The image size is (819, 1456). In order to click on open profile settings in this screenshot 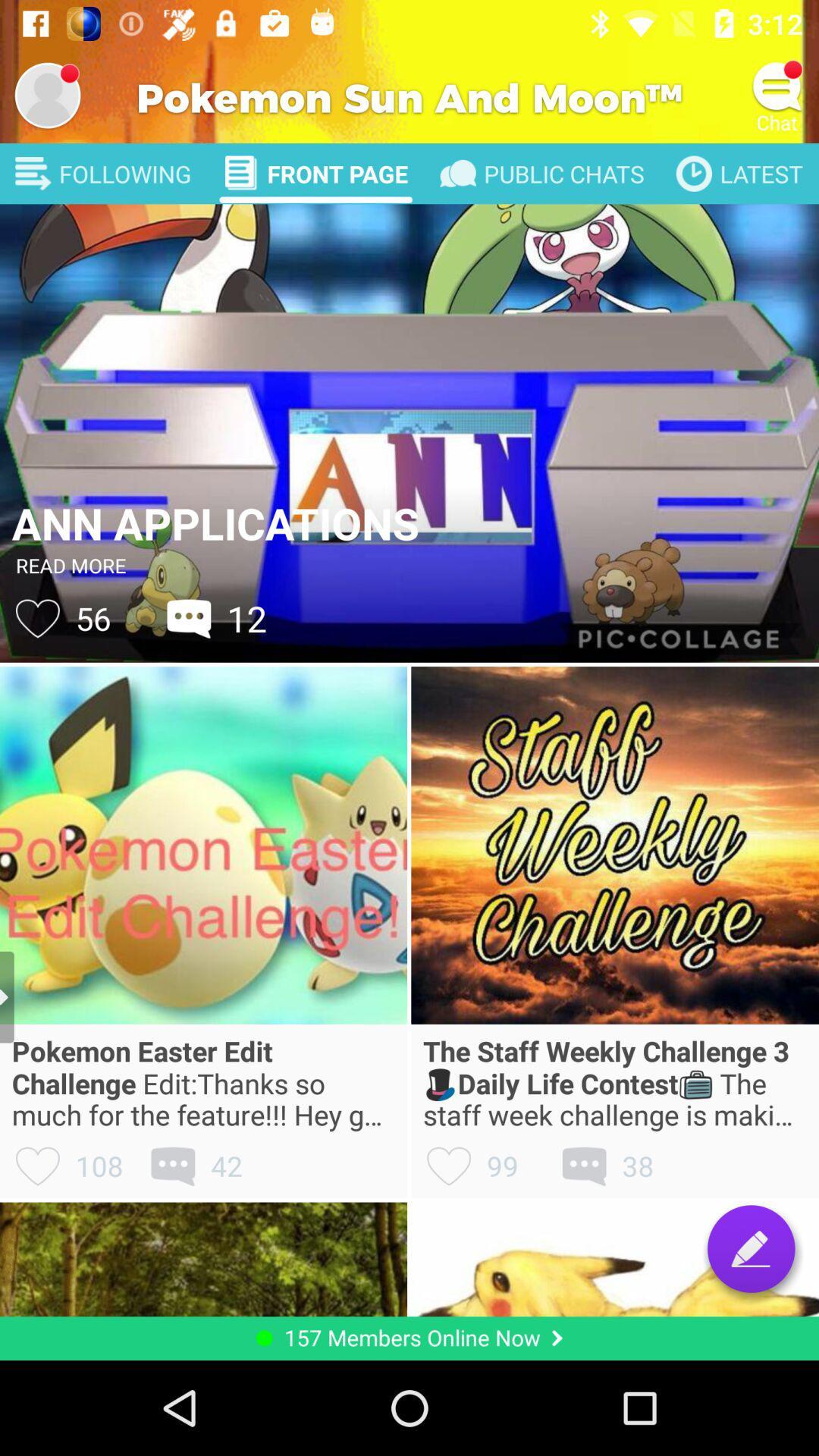, I will do `click(46, 94)`.